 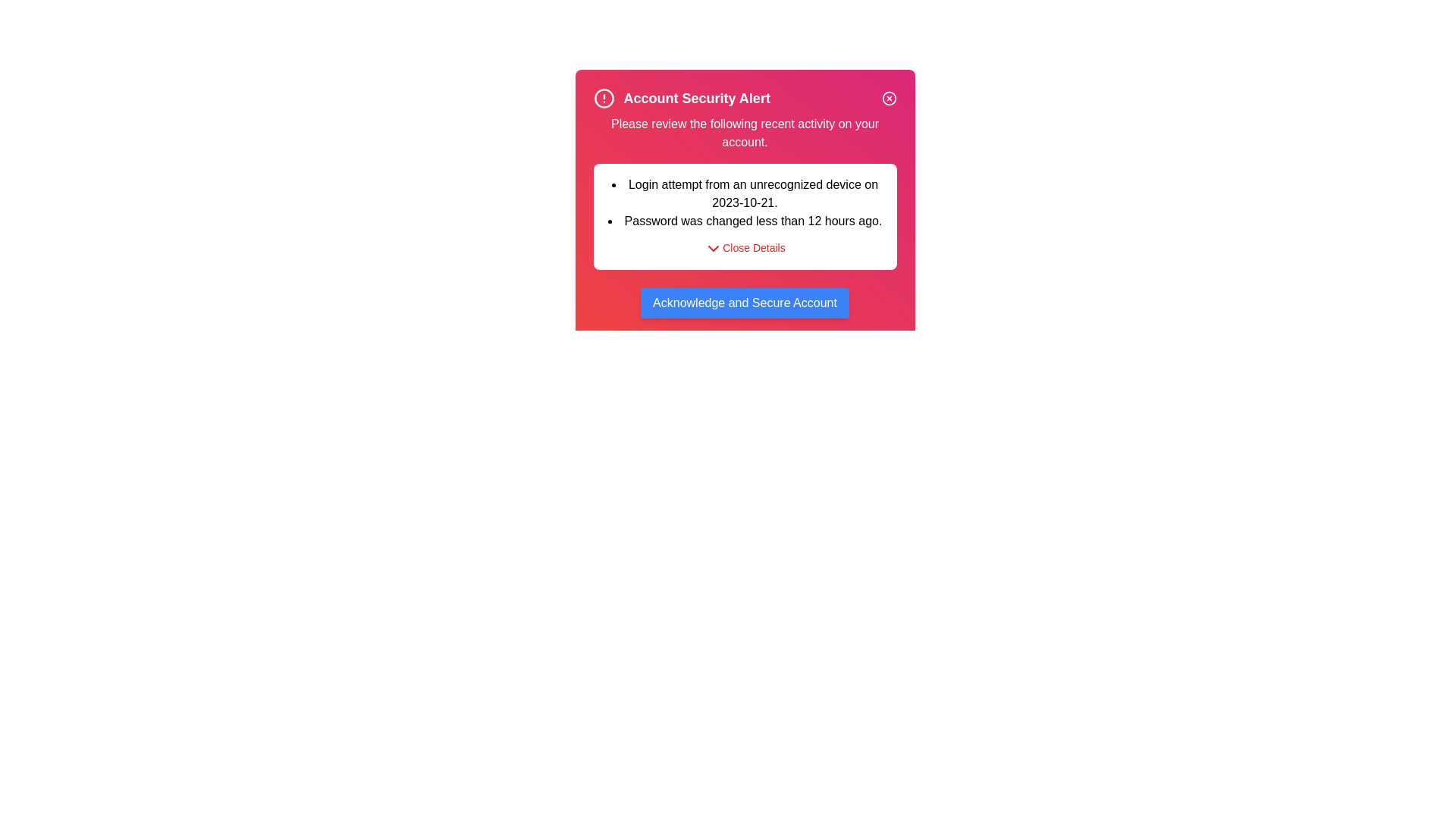 I want to click on the circular alert icon with vertical lines, located left of the 'Account Security Alert' text in the notification box, so click(x=603, y=99).